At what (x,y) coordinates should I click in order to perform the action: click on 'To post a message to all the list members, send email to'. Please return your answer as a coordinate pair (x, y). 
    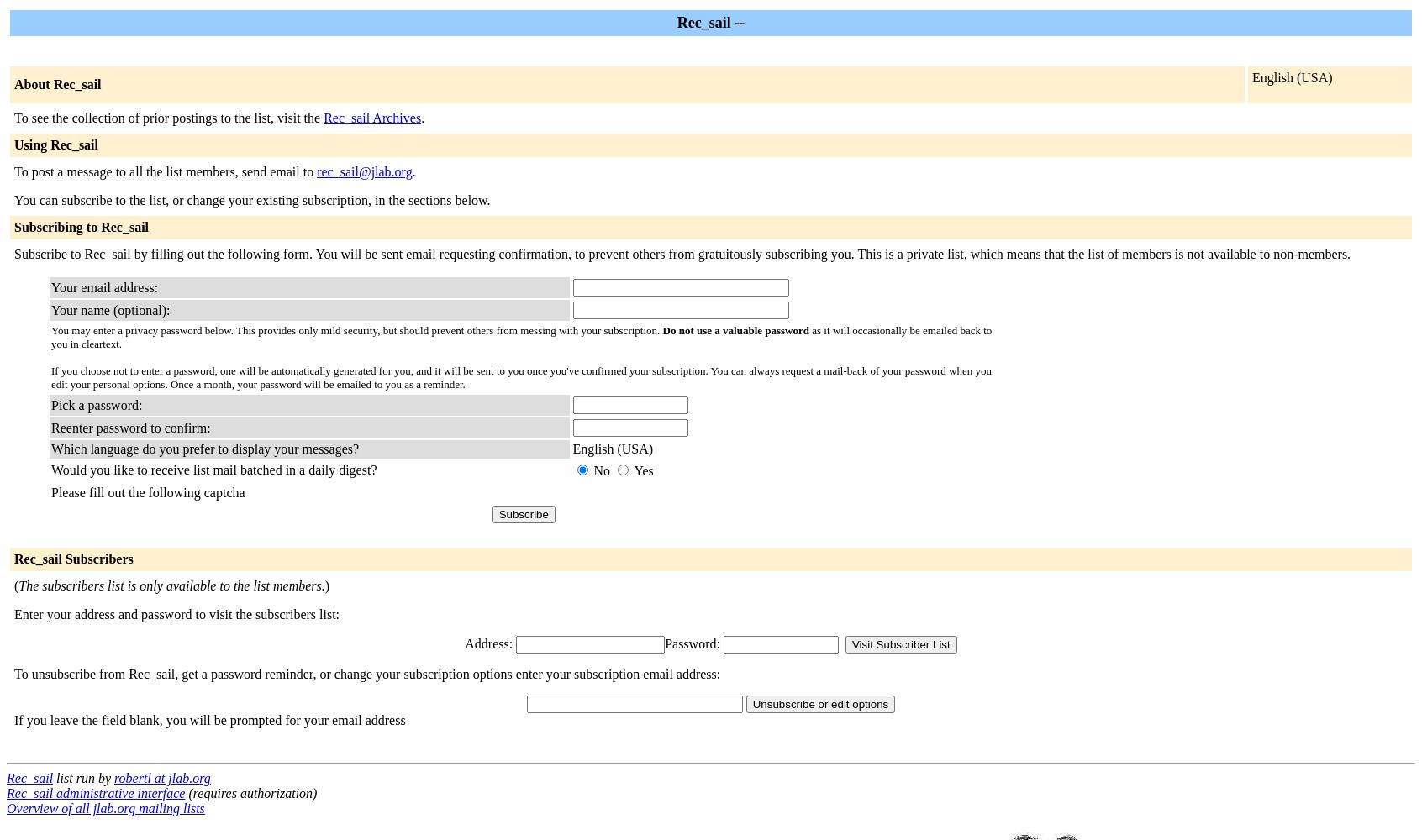
    Looking at the image, I should click on (164, 171).